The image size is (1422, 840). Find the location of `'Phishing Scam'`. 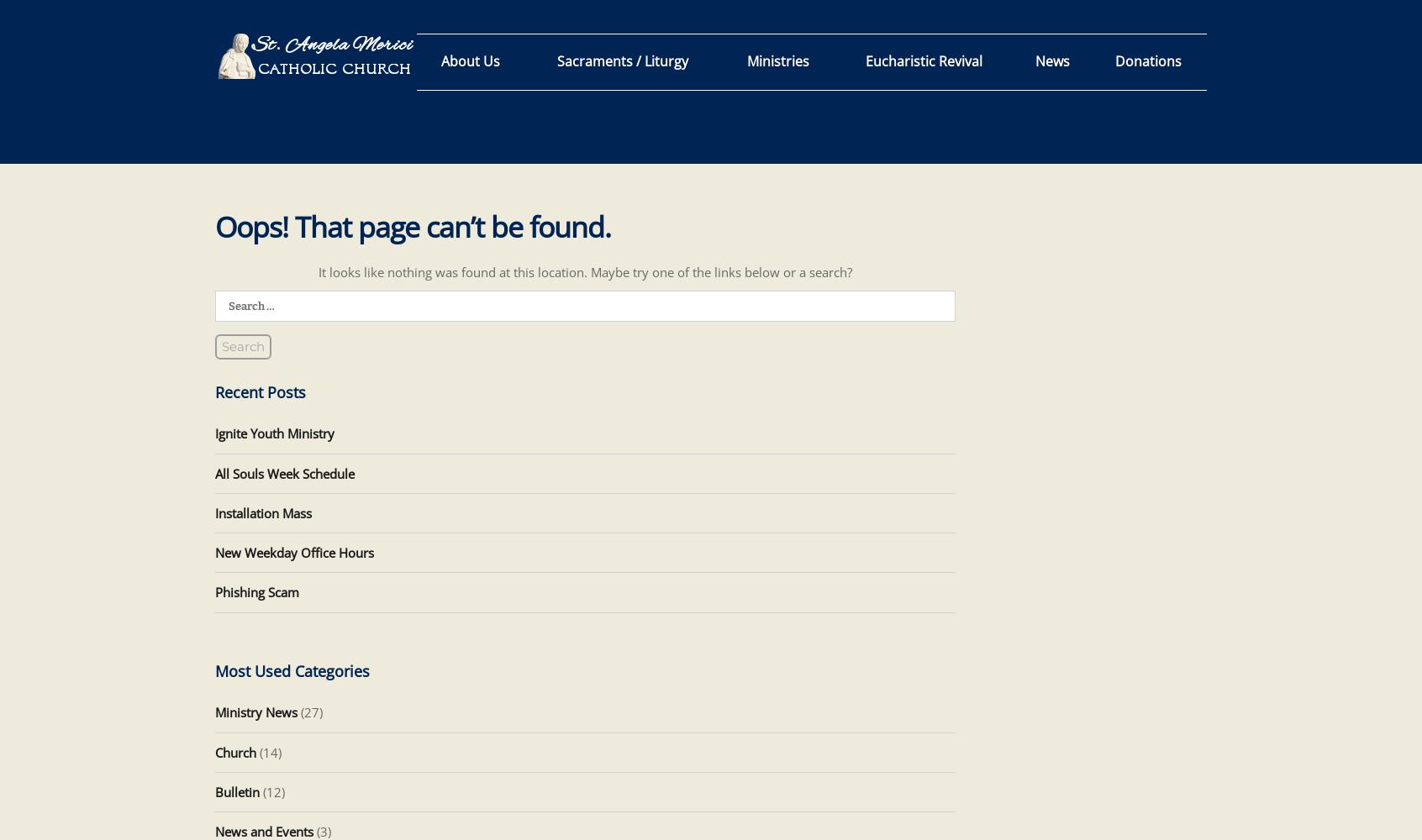

'Phishing Scam' is located at coordinates (255, 591).